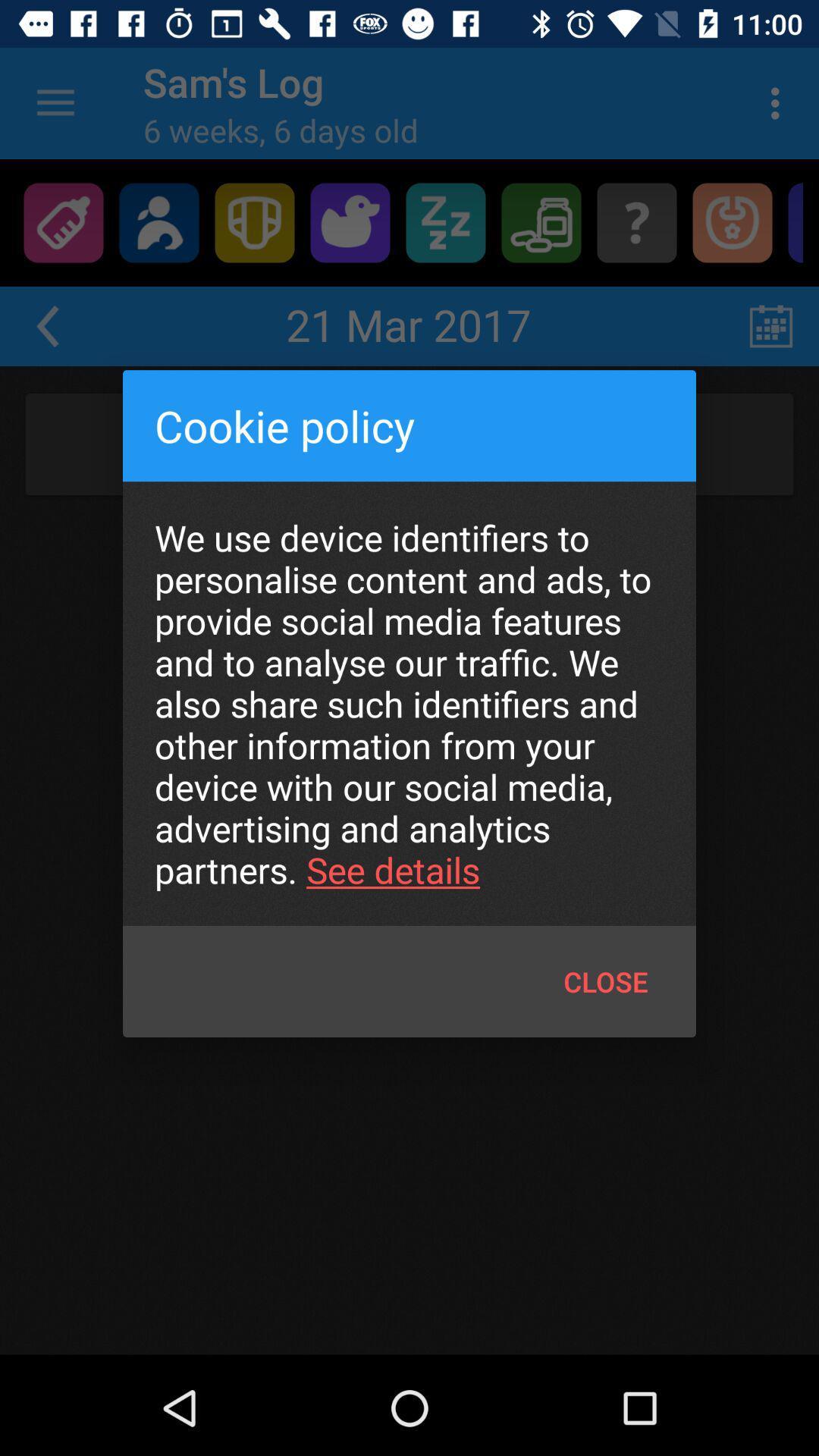  Describe the element at coordinates (605, 981) in the screenshot. I see `the item at the bottom right corner` at that location.